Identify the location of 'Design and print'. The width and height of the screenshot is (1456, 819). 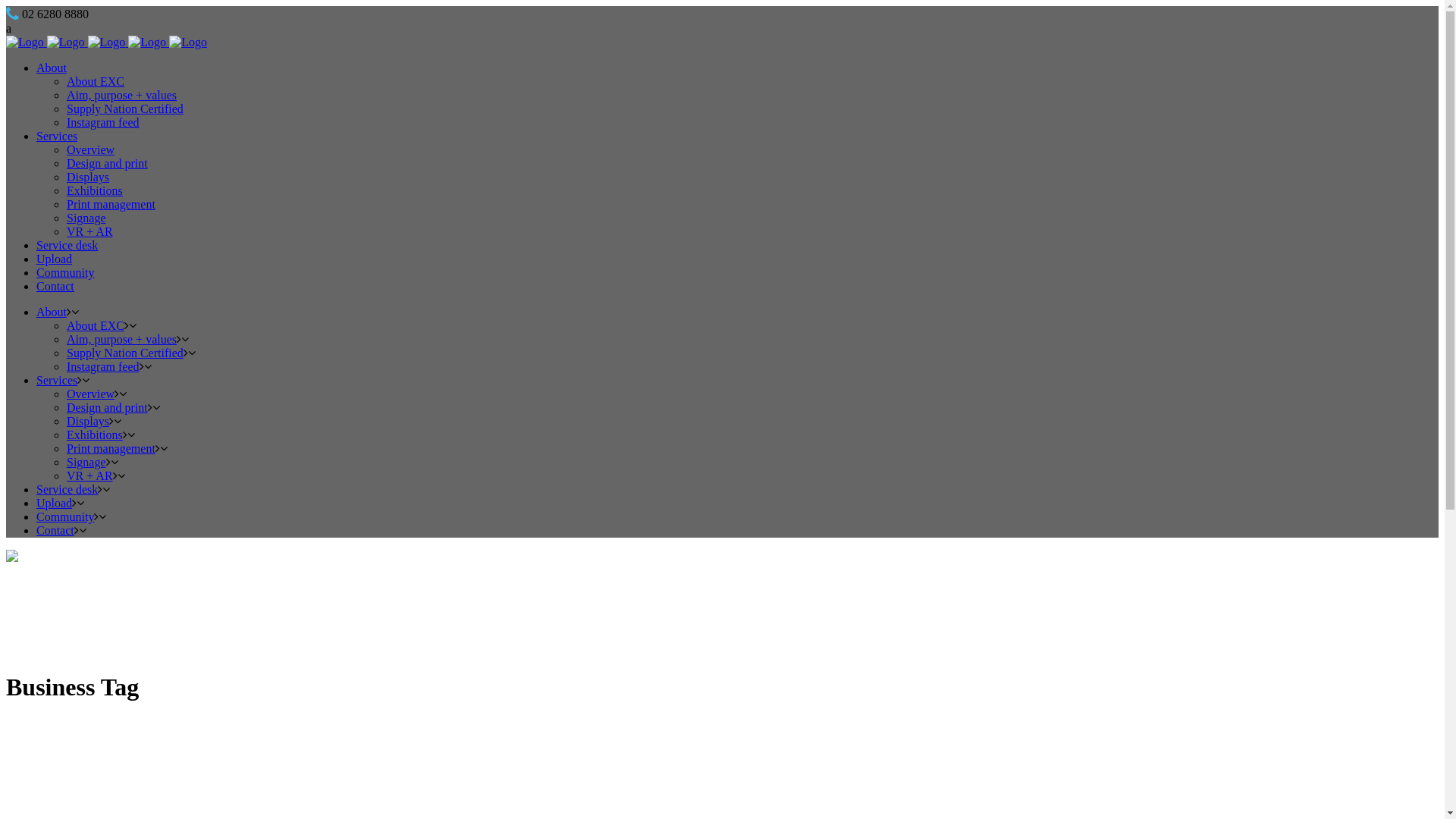
(106, 163).